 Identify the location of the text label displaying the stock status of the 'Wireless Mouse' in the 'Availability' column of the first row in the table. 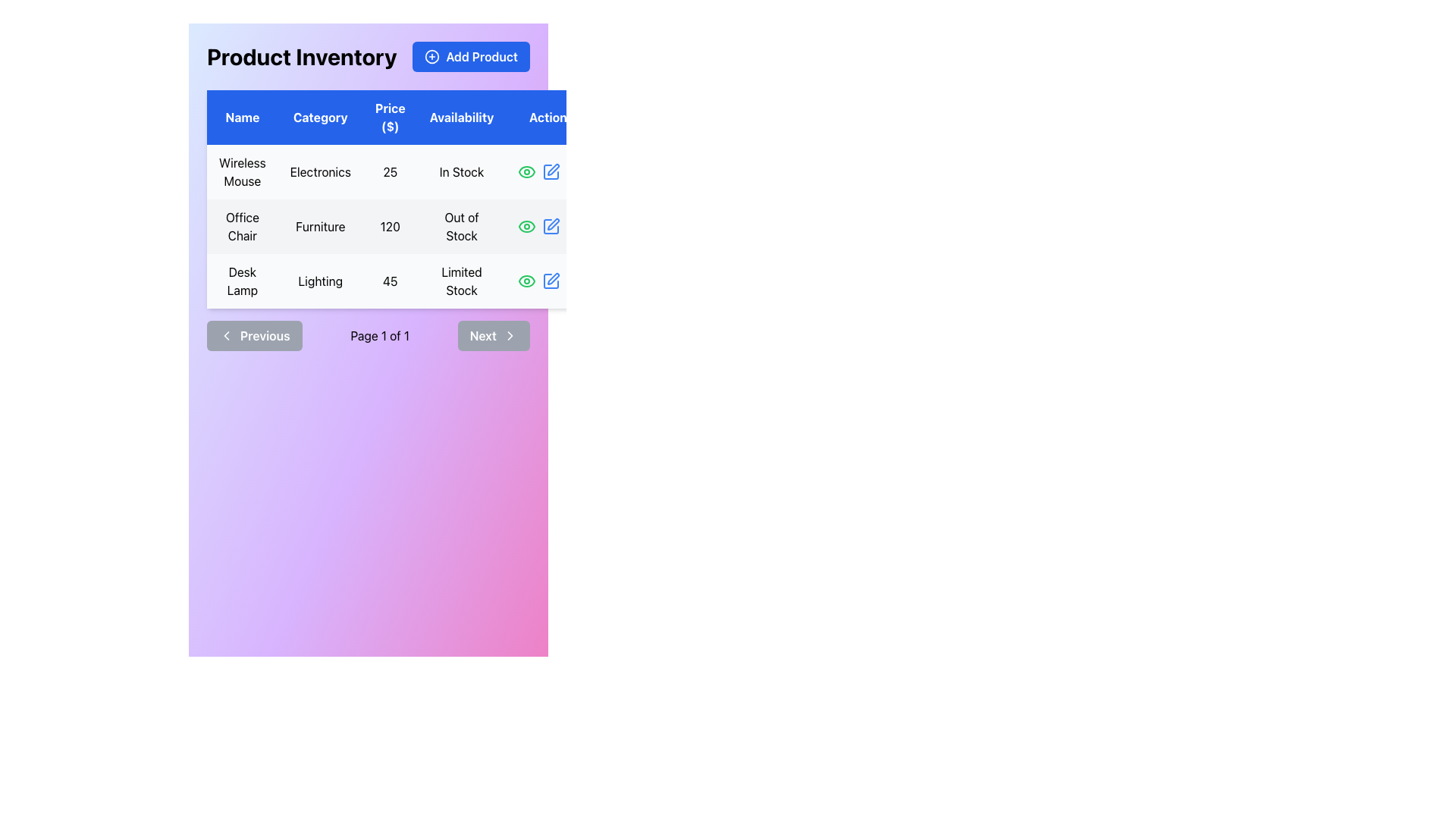
(461, 171).